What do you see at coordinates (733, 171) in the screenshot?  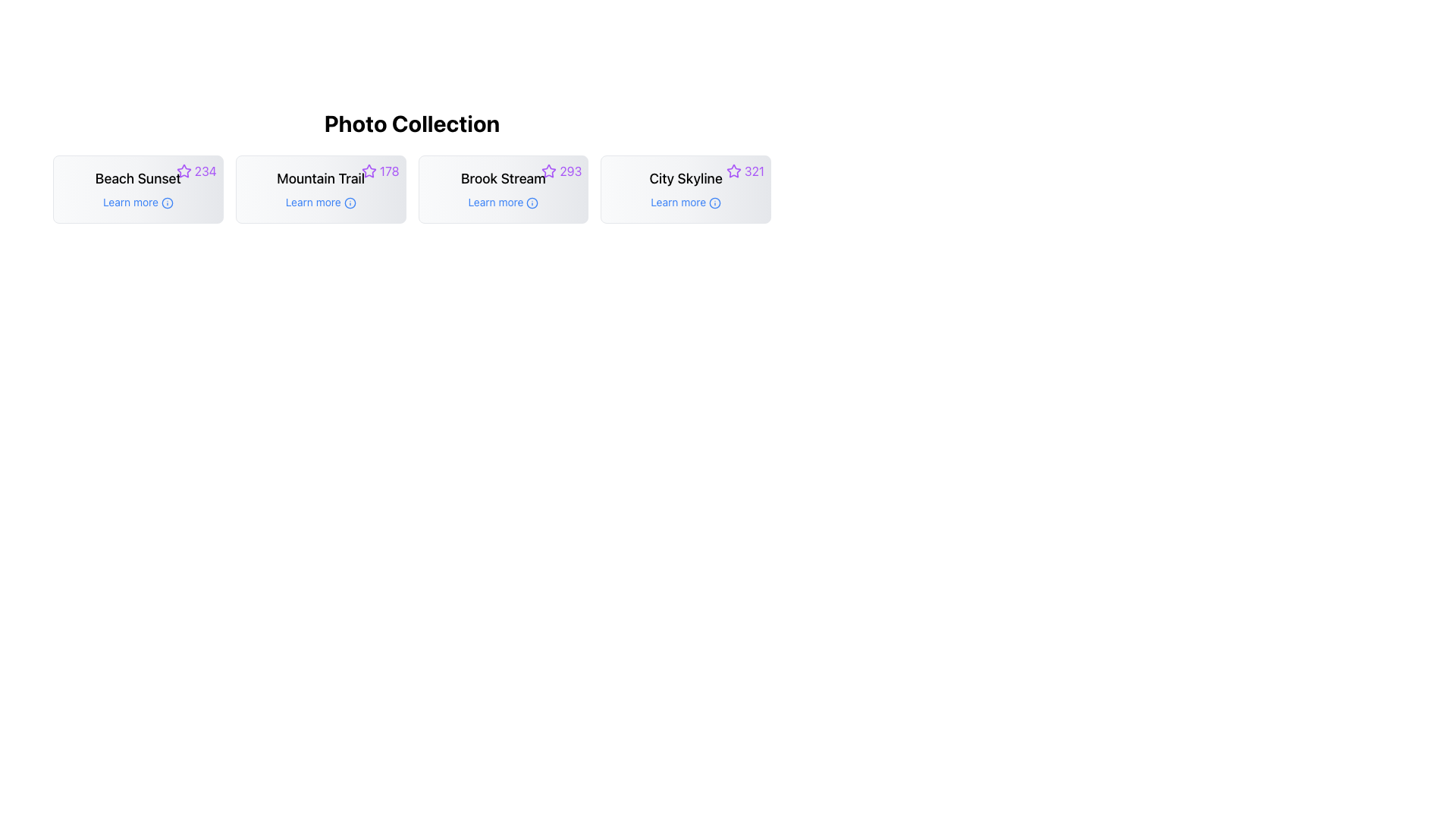 I see `the star icon used for ratings located in the top-right corner of the widget for the 'City Skyline' photo collection` at bounding box center [733, 171].